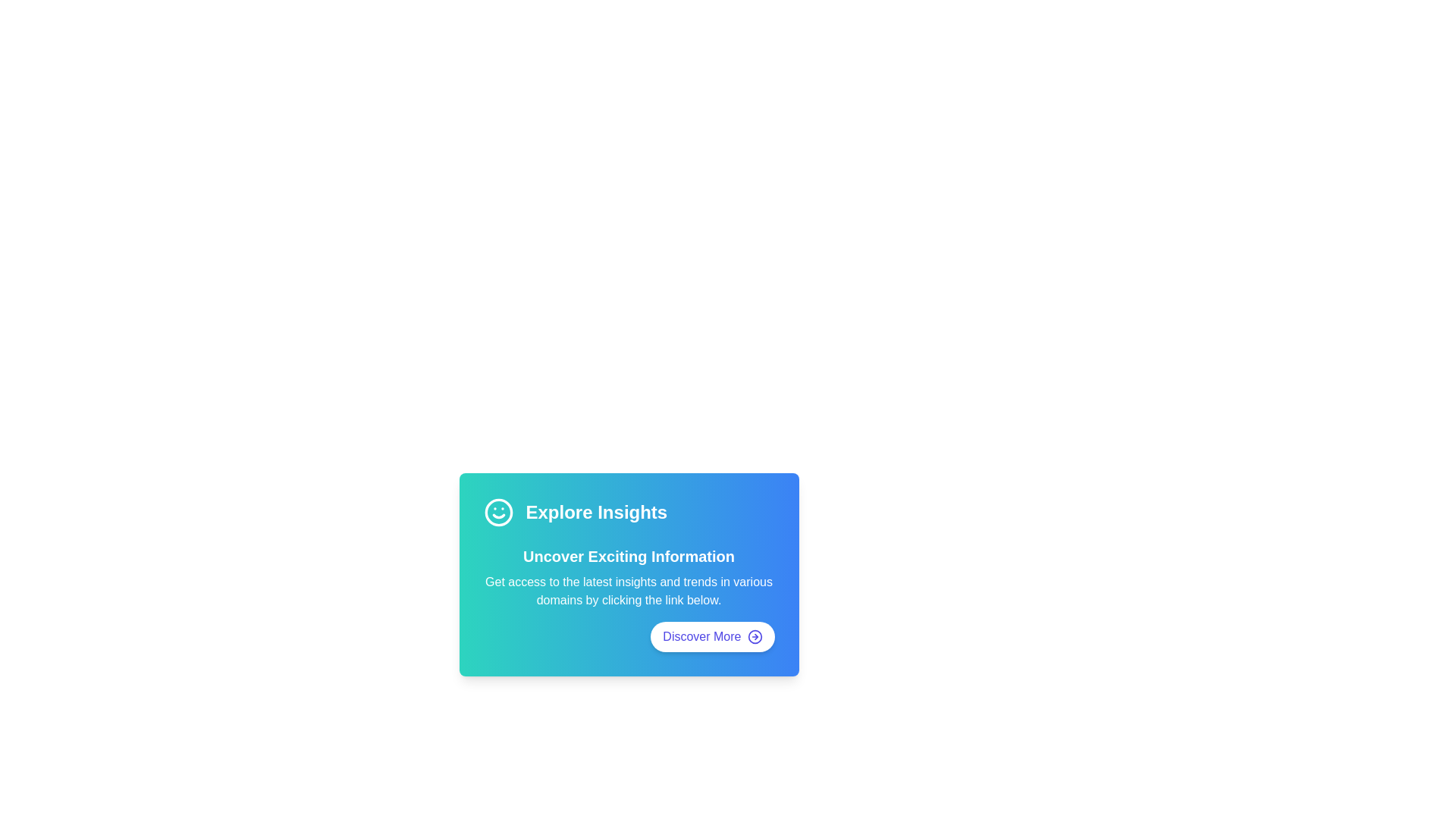  What do you see at coordinates (755, 637) in the screenshot?
I see `the navigation icon located to the right of the 'Discover More' text inside the button at the bottom right of the card-like panel` at bounding box center [755, 637].